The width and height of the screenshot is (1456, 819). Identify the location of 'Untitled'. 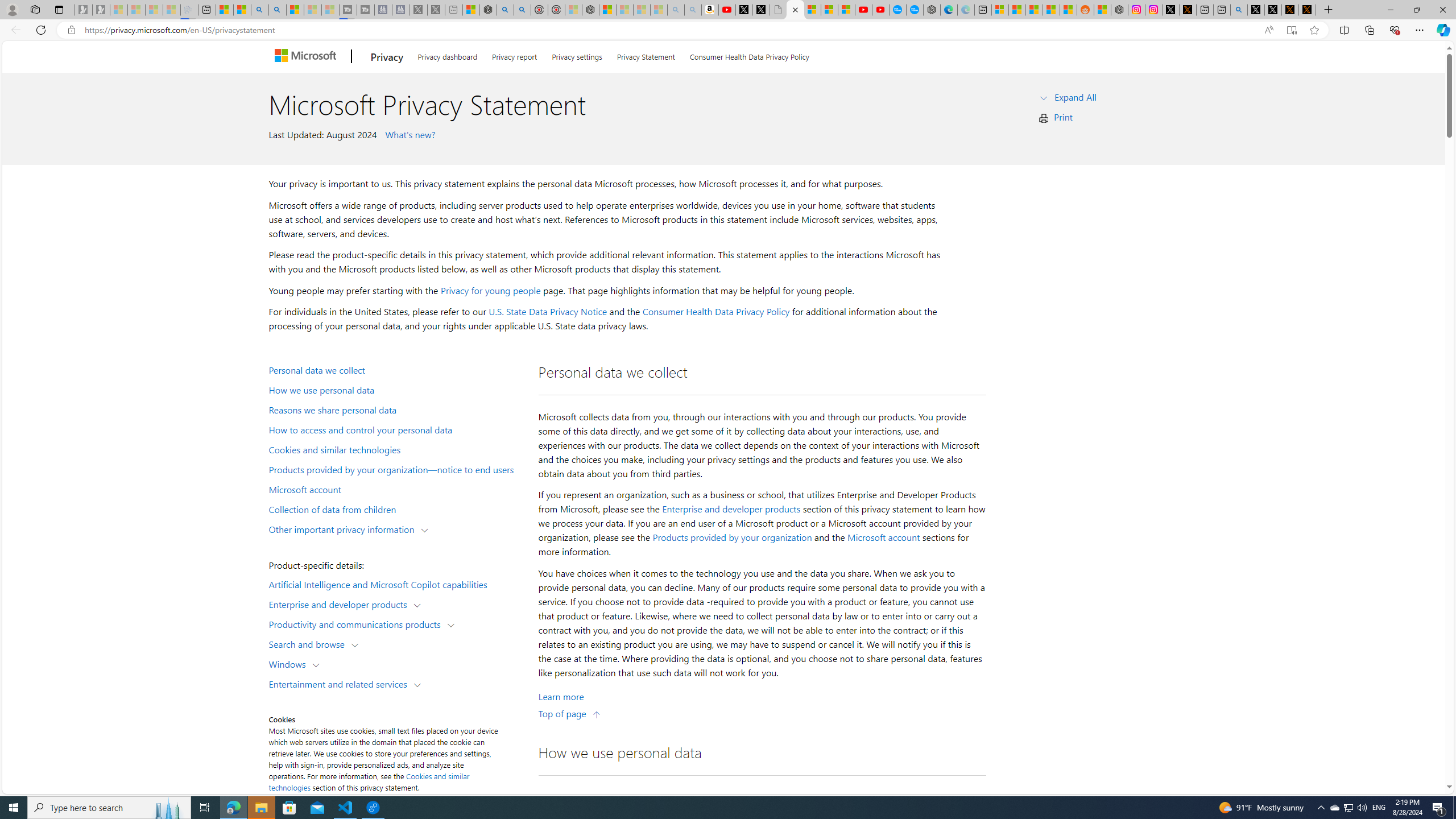
(777, 9).